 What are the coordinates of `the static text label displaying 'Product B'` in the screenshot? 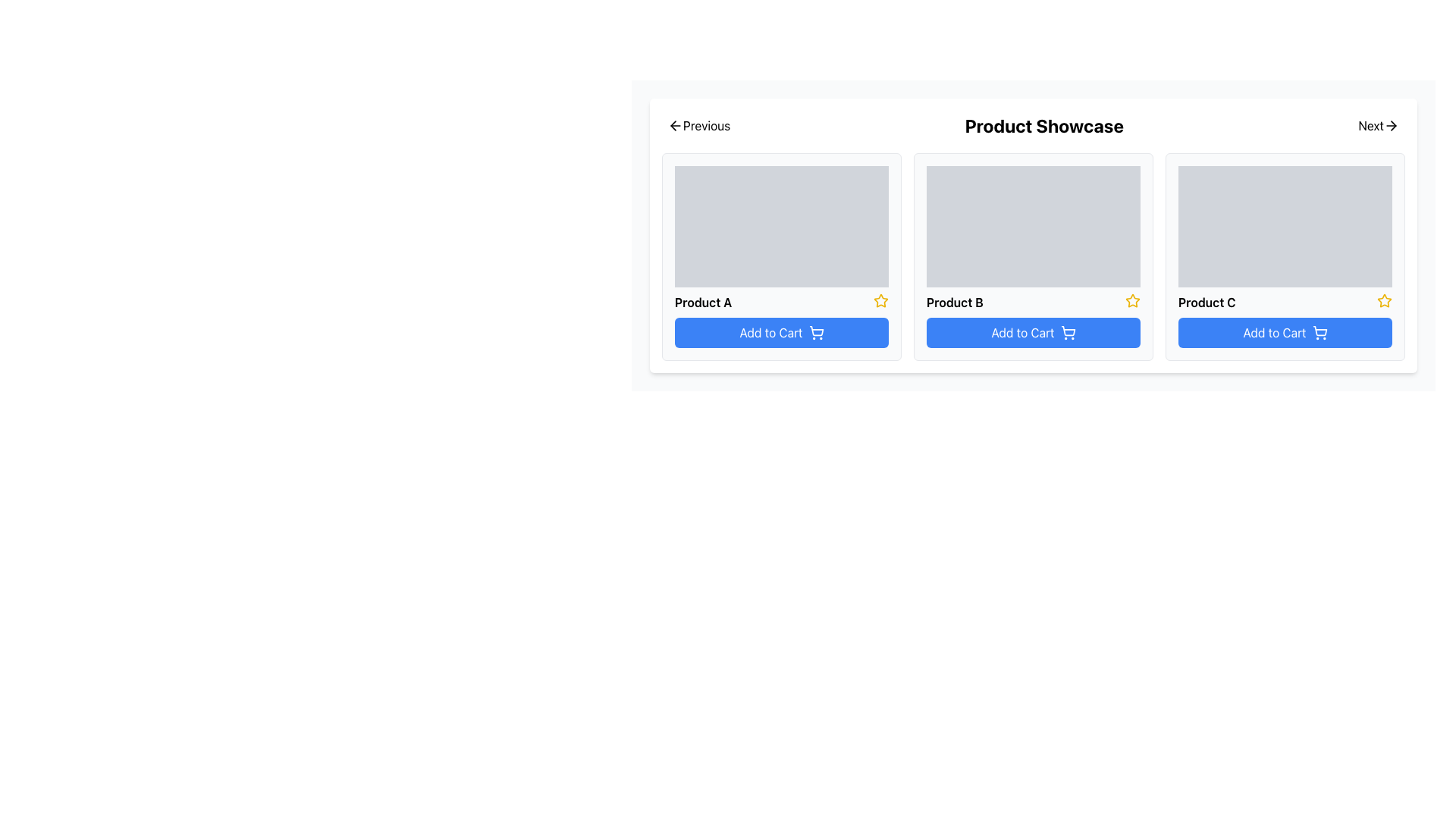 It's located at (954, 302).